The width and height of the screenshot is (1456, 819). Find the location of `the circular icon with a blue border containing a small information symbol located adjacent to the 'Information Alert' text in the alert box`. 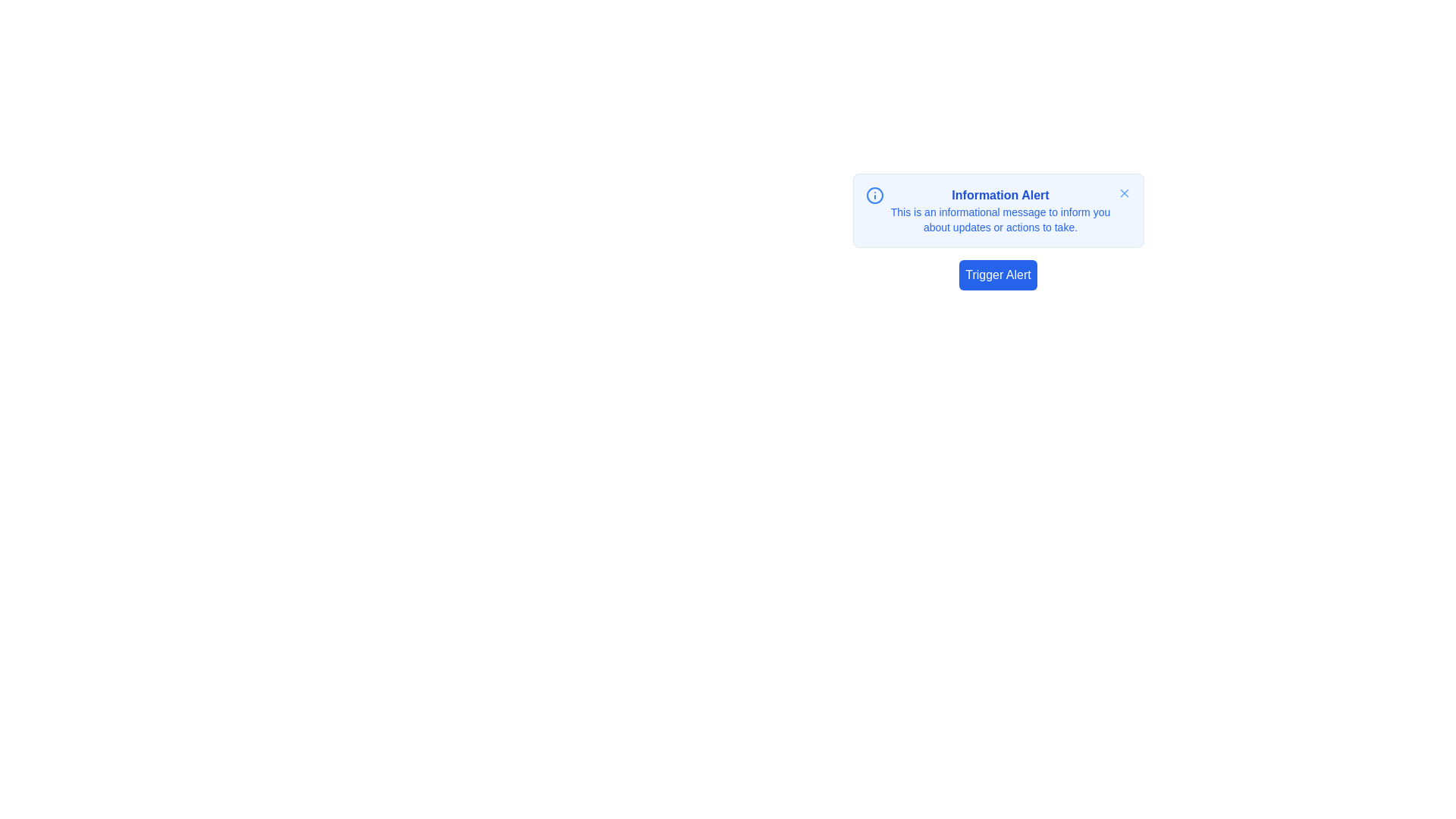

the circular icon with a blue border containing a small information symbol located adjacent to the 'Information Alert' text in the alert box is located at coordinates (874, 195).